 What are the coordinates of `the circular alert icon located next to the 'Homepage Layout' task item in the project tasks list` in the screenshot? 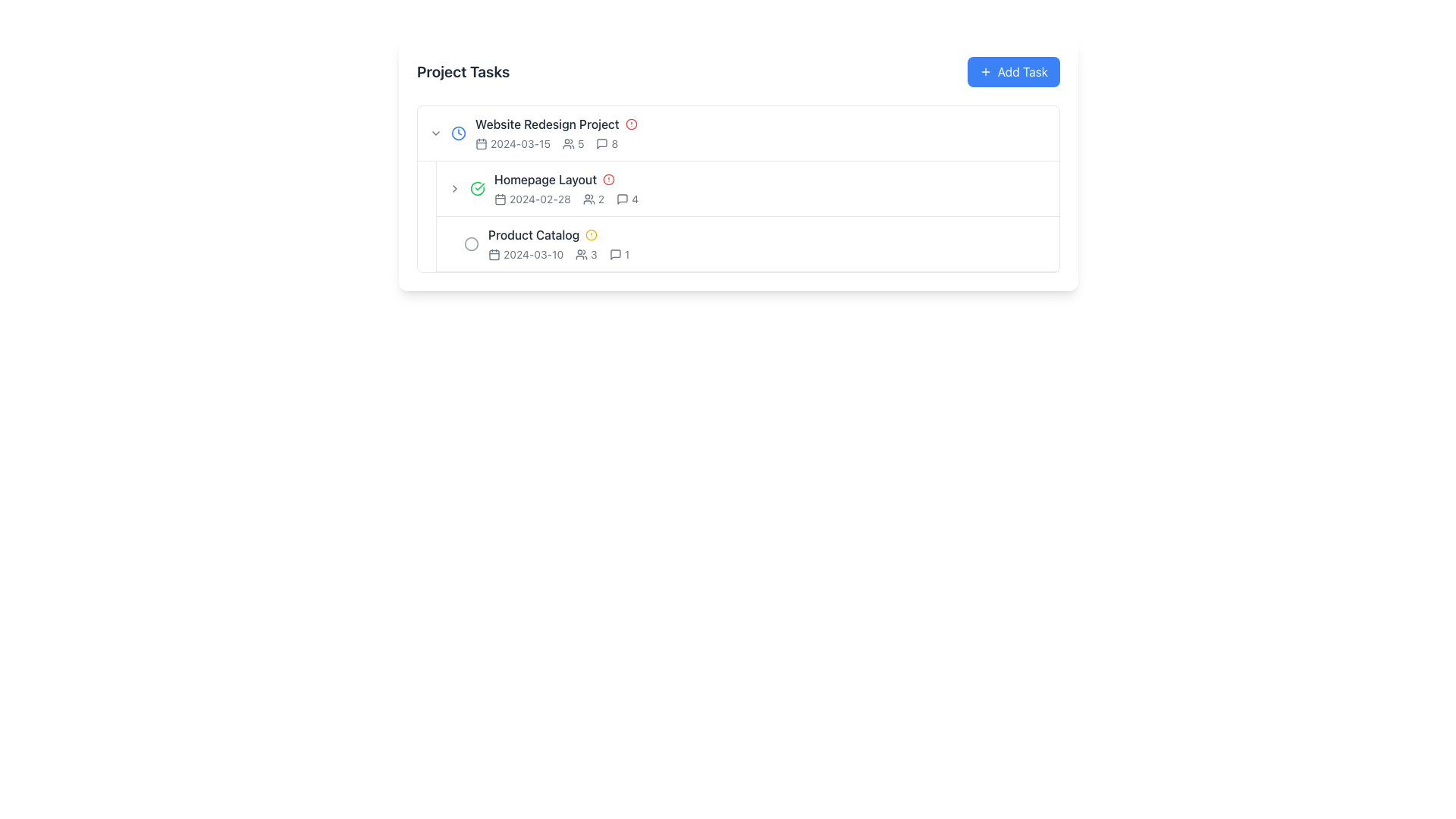 It's located at (609, 178).